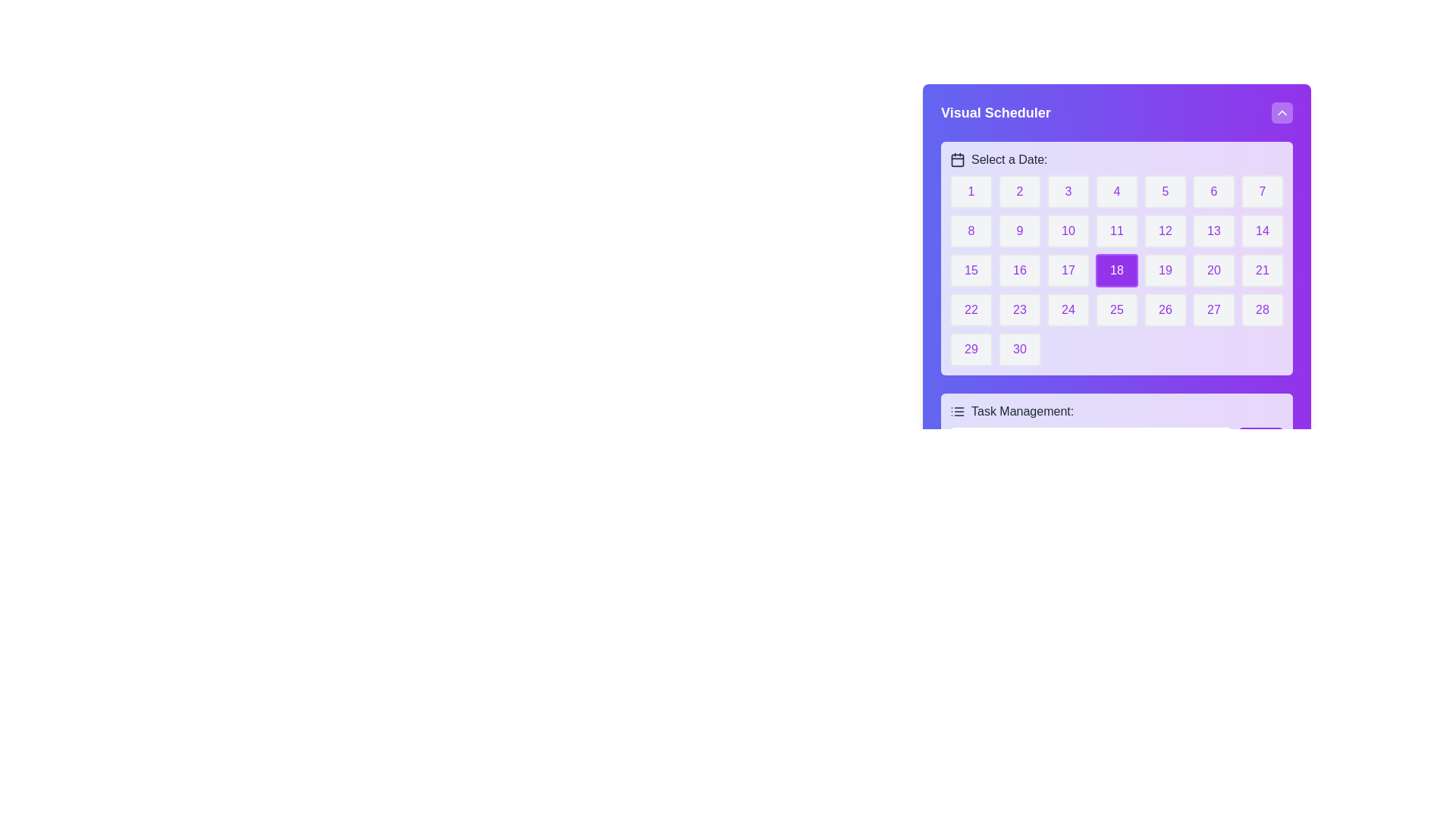  What do you see at coordinates (1164, 309) in the screenshot?
I see `the calendar date button labeled '26' with a light gray background and purple text` at bounding box center [1164, 309].